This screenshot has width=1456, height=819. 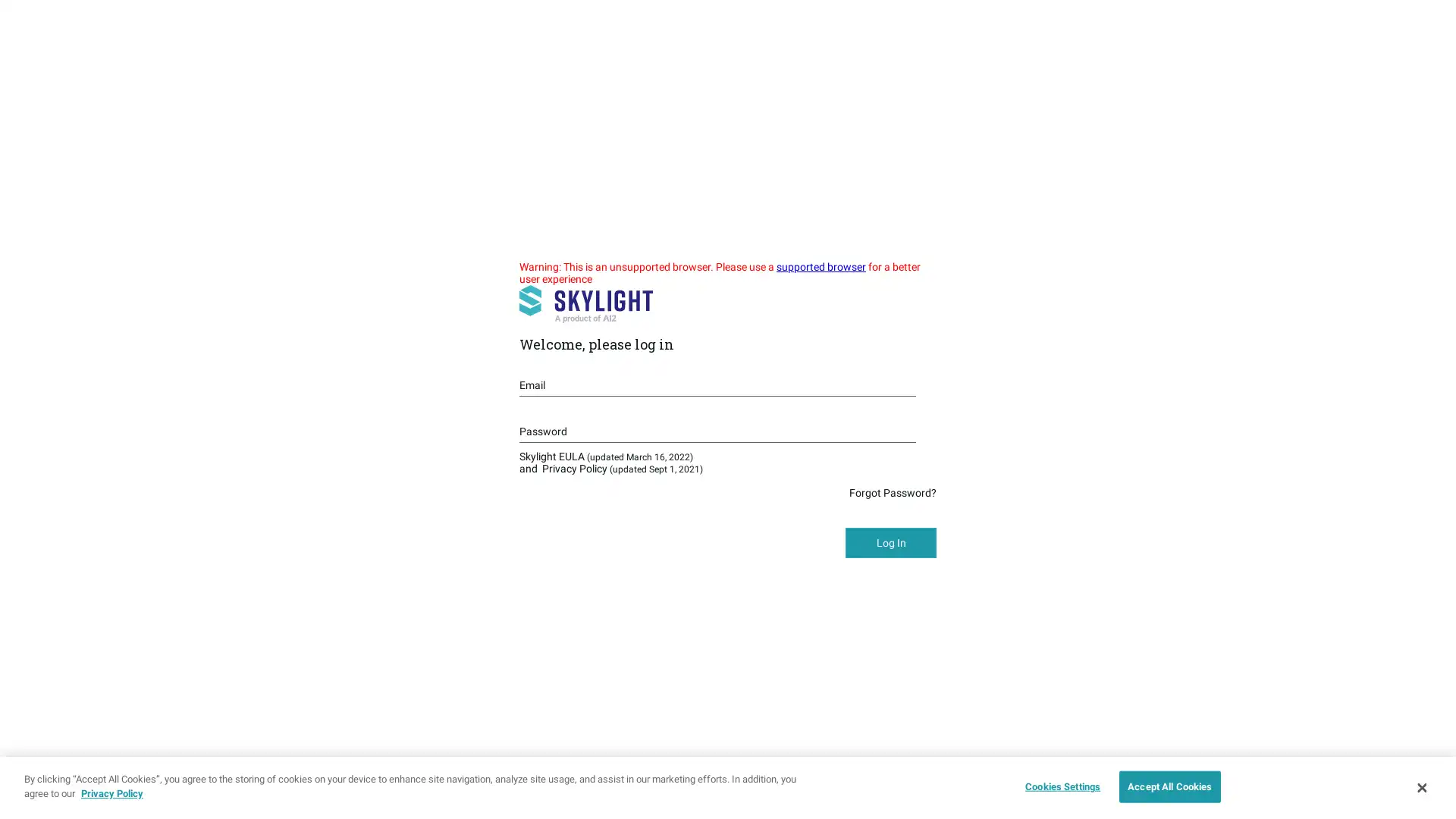 I want to click on Accept All Cookies, so click(x=1169, y=786).